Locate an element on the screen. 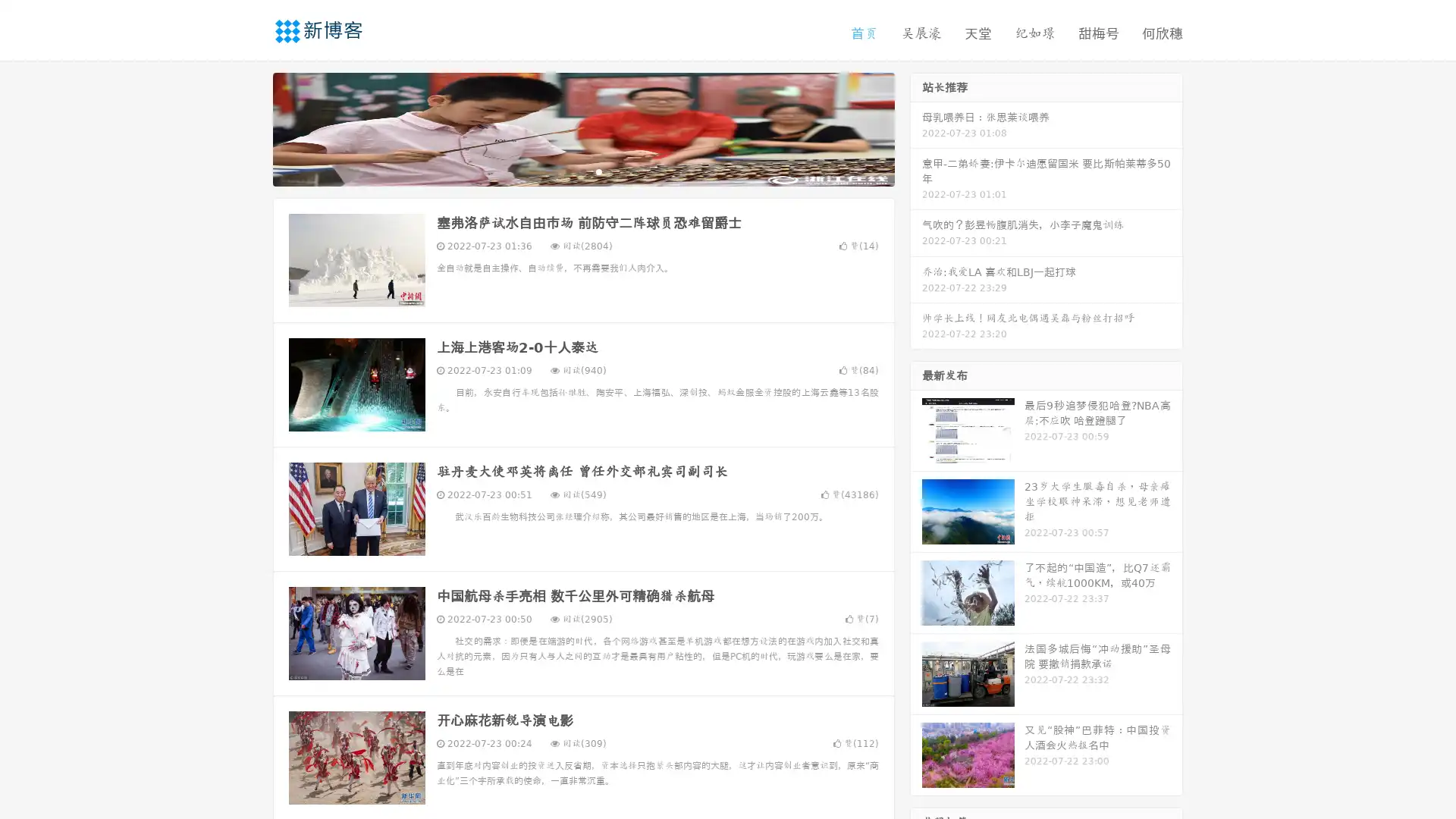 This screenshot has width=1456, height=819. Next slide is located at coordinates (916, 127).